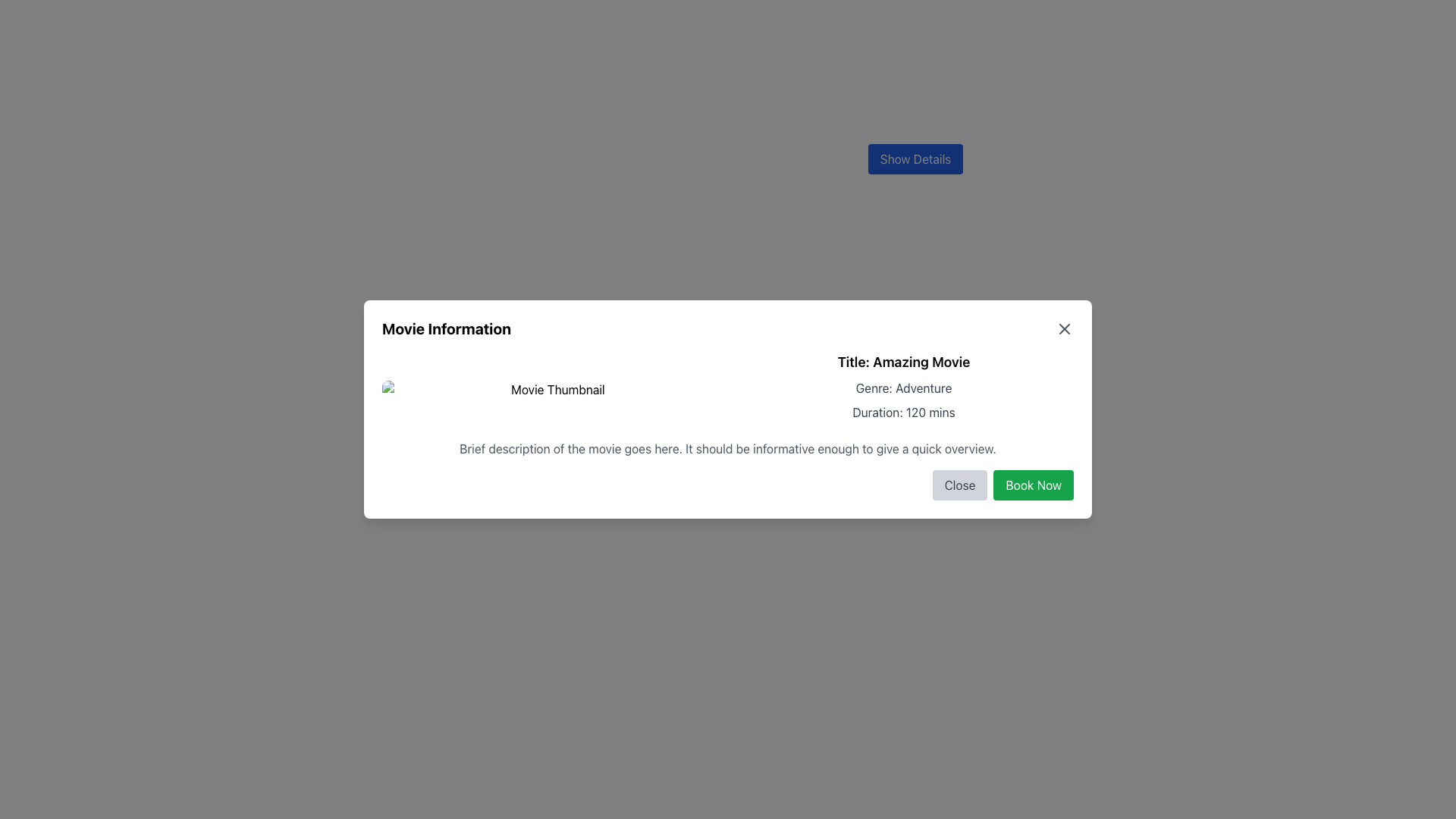  What do you see at coordinates (728, 447) in the screenshot?
I see `the text paragraph element styled in gray, located centrally within the modal, directly below the movie attributes and above the action buttons` at bounding box center [728, 447].